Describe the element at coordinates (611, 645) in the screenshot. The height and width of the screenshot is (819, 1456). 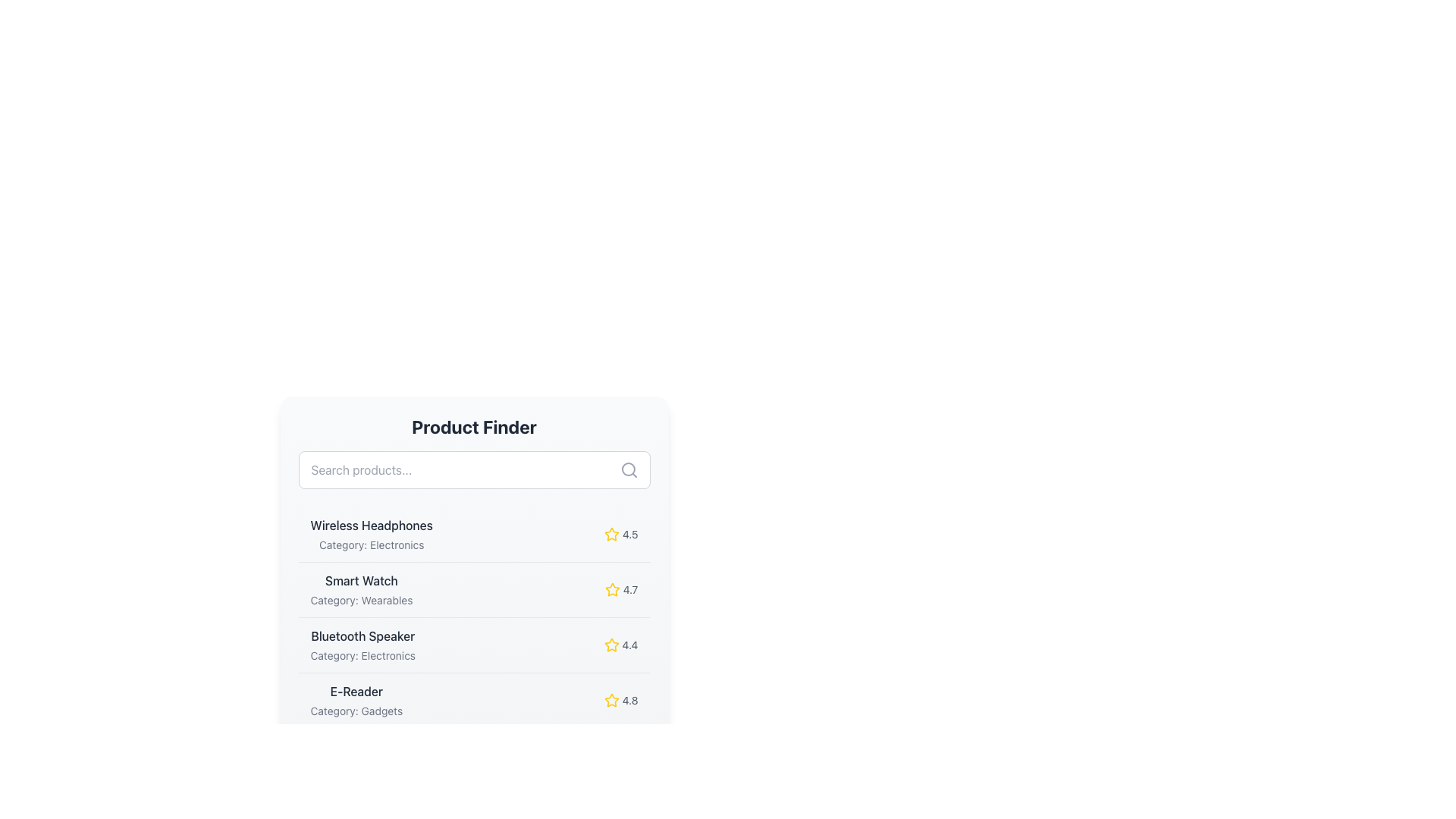
I see `the yellow star icon representing a rating of 4.4, located to the left of the numerical value in the list entry for 'Bluetooth Speaker'` at that location.